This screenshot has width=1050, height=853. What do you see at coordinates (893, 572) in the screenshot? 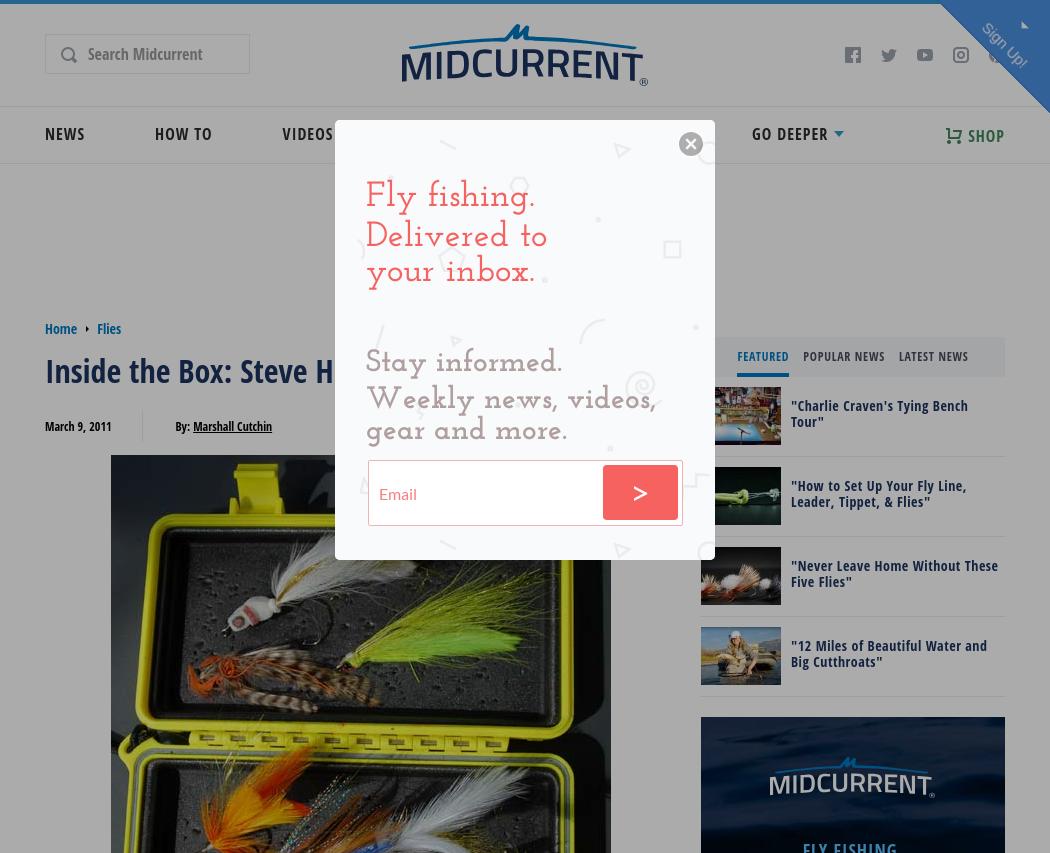
I see `'"Never Leave Home Without These Five Flies"'` at bounding box center [893, 572].